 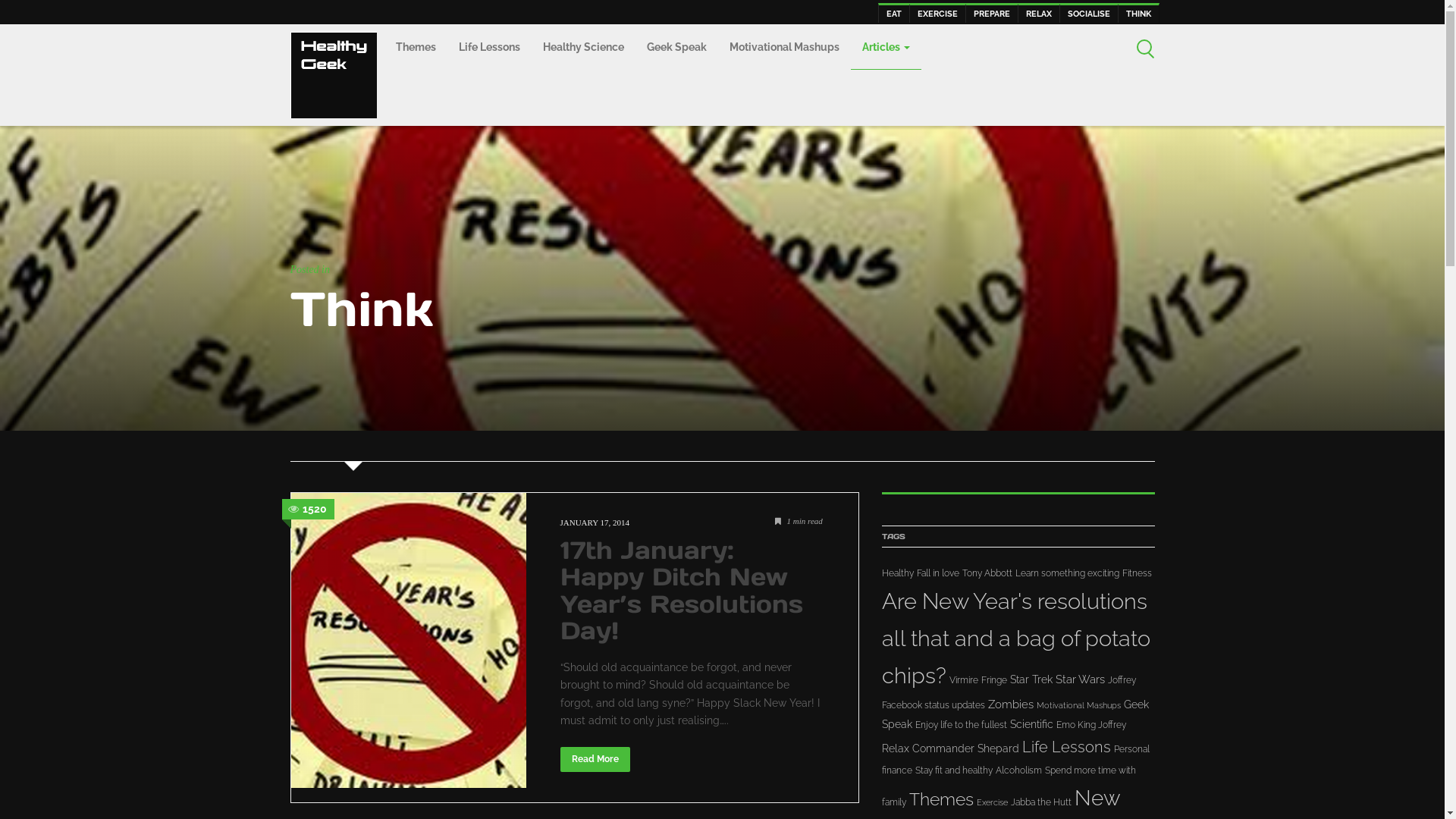 What do you see at coordinates (1037, 12) in the screenshot?
I see `'RELAX'` at bounding box center [1037, 12].